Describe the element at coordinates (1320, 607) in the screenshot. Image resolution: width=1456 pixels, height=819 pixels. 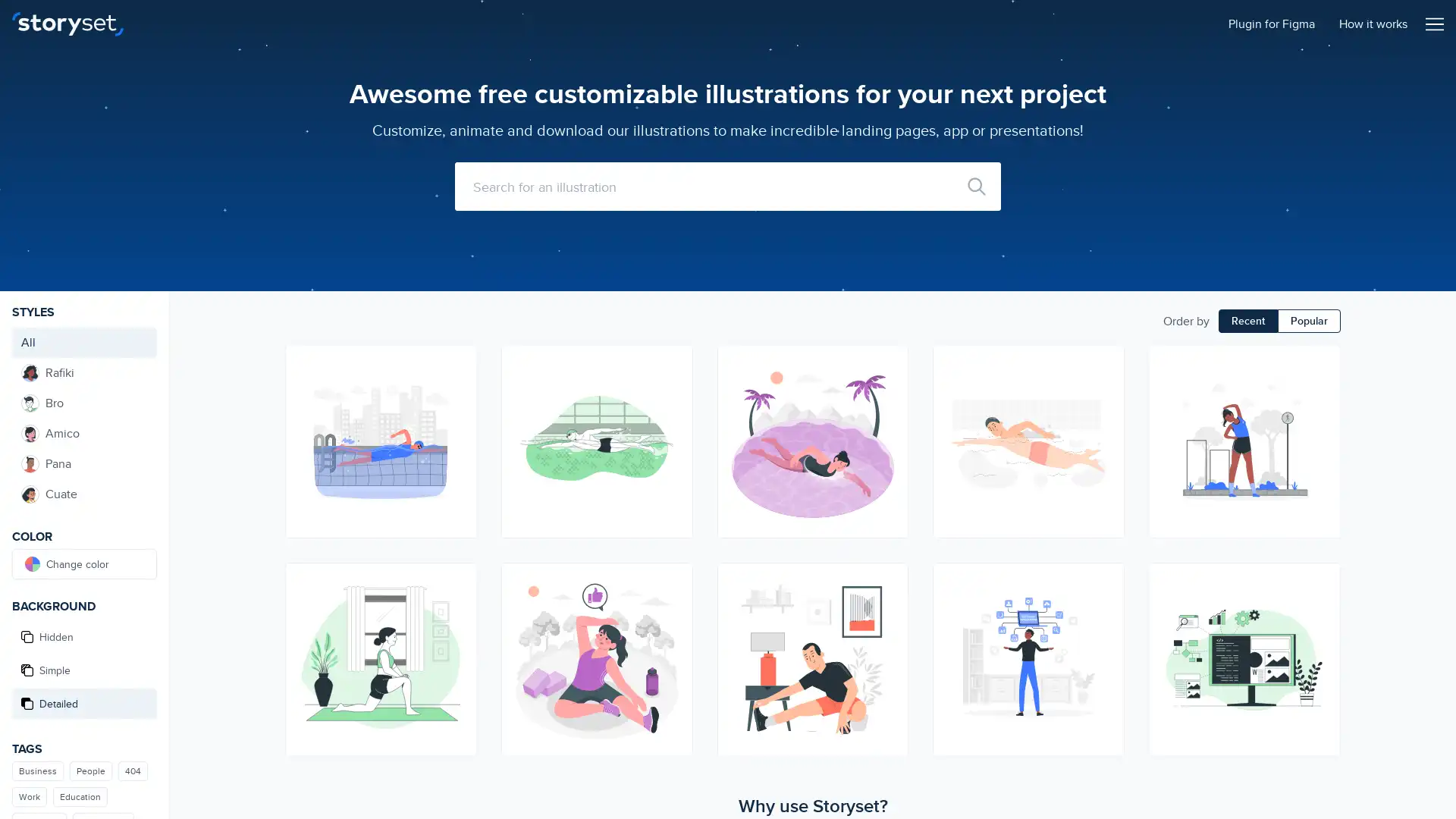
I see `download icon Download` at that location.